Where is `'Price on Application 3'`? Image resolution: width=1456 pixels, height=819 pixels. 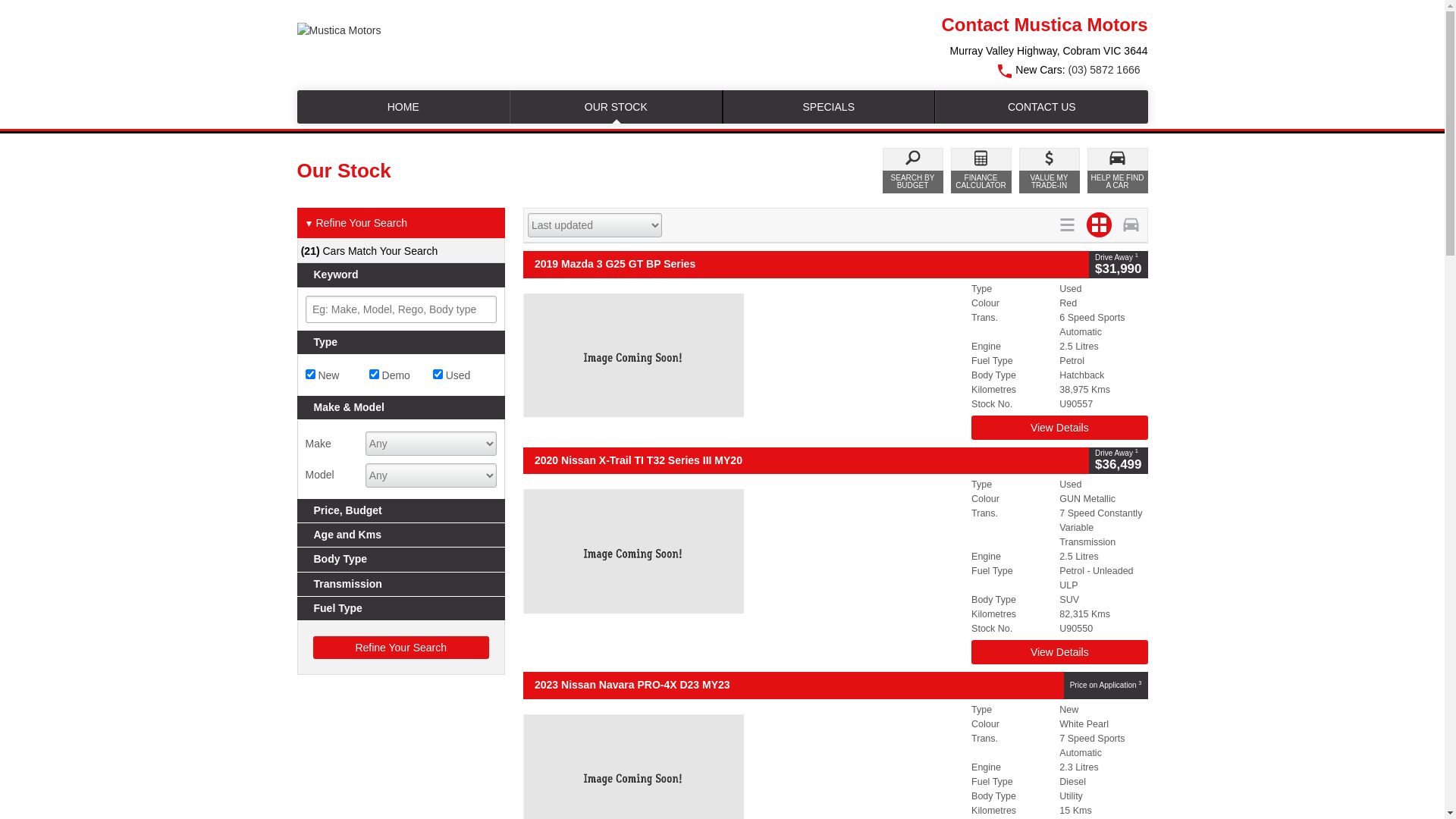 'Price on Application 3' is located at coordinates (1062, 685).